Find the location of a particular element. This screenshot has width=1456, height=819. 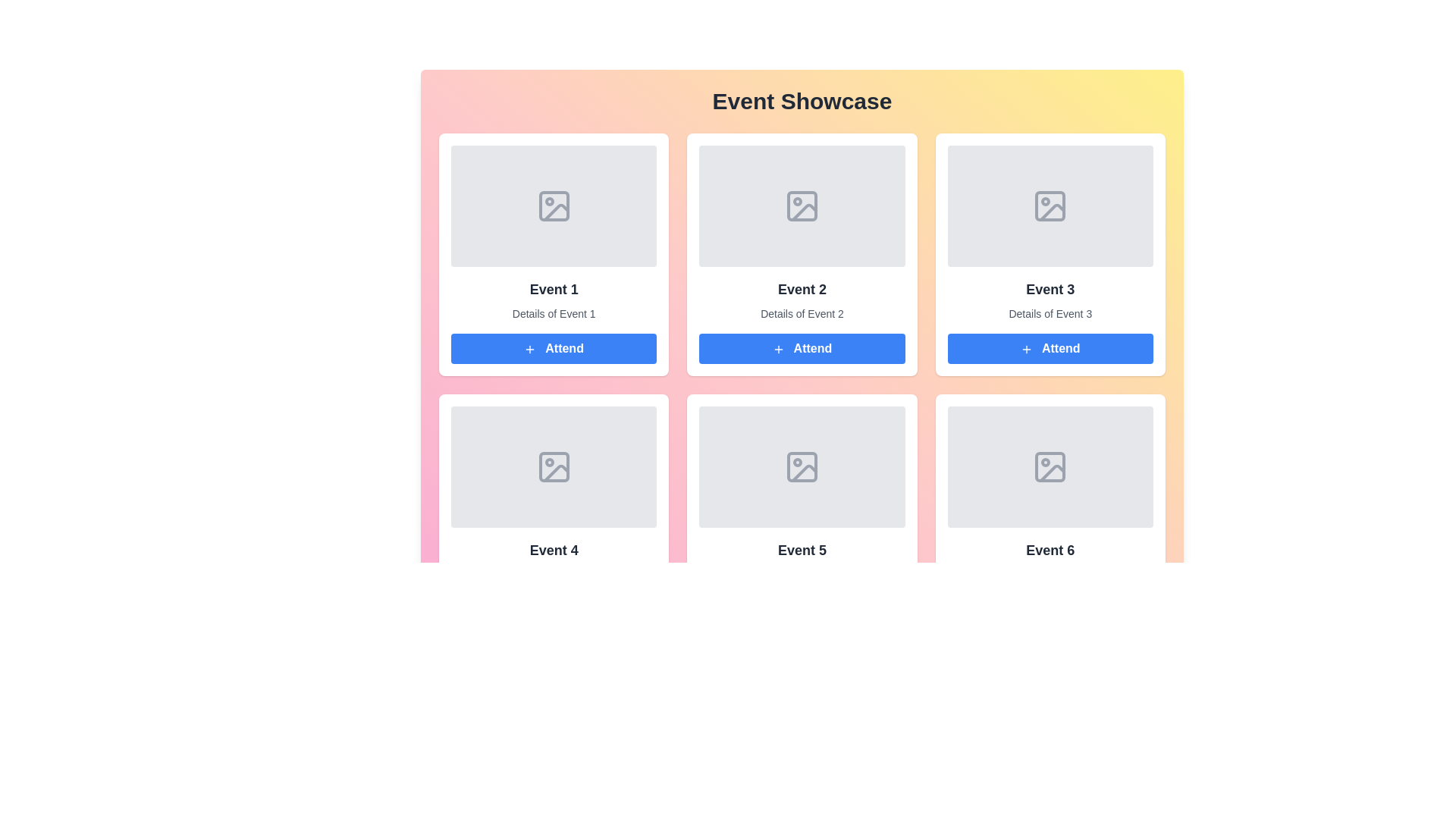

the placeholder icon for the absent image on the event card labeled 'Event 2', located in the second column of the first row of the grid layout is located at coordinates (801, 206).